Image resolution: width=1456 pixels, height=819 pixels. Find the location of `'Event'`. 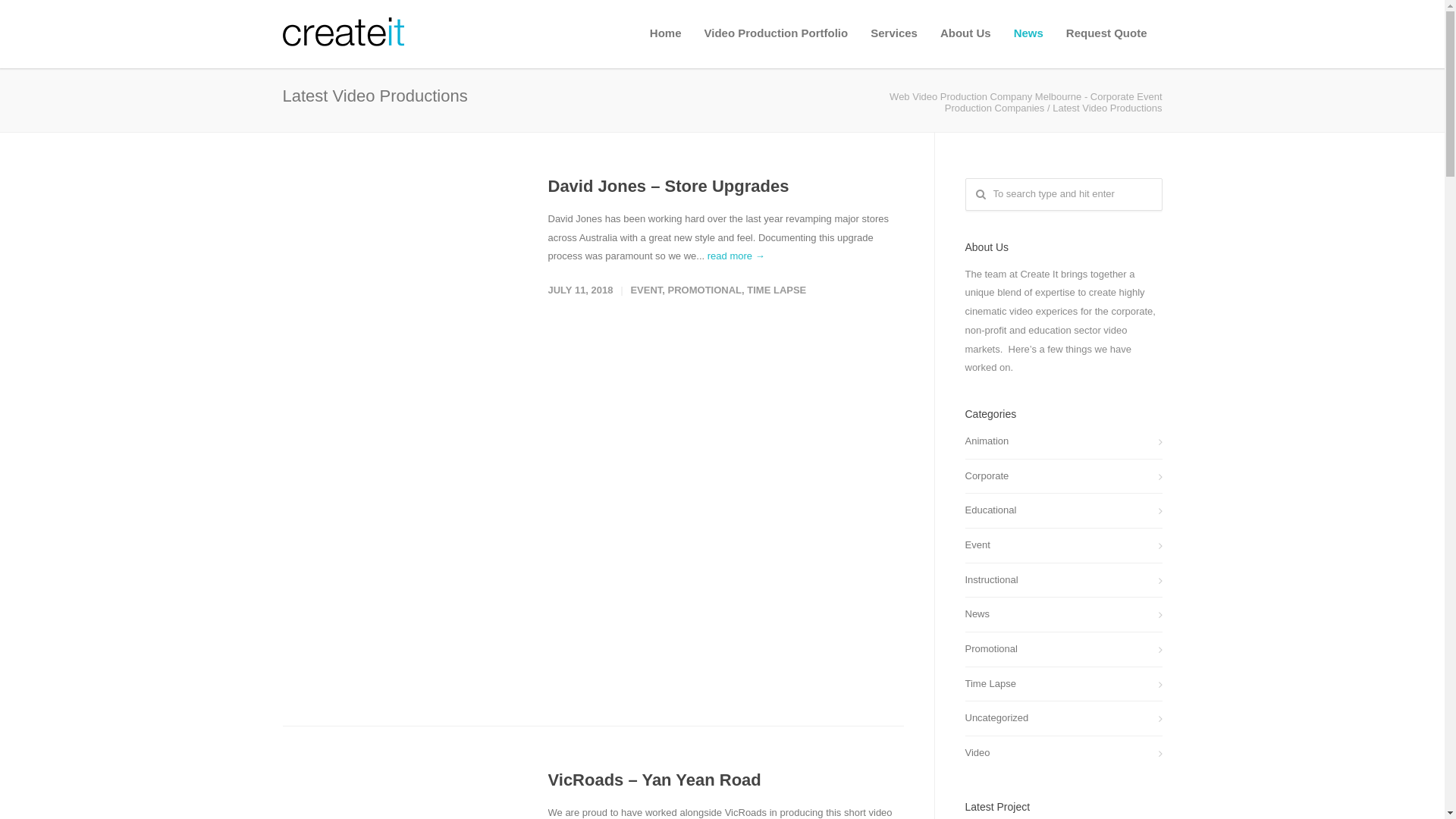

'Event' is located at coordinates (964, 544).